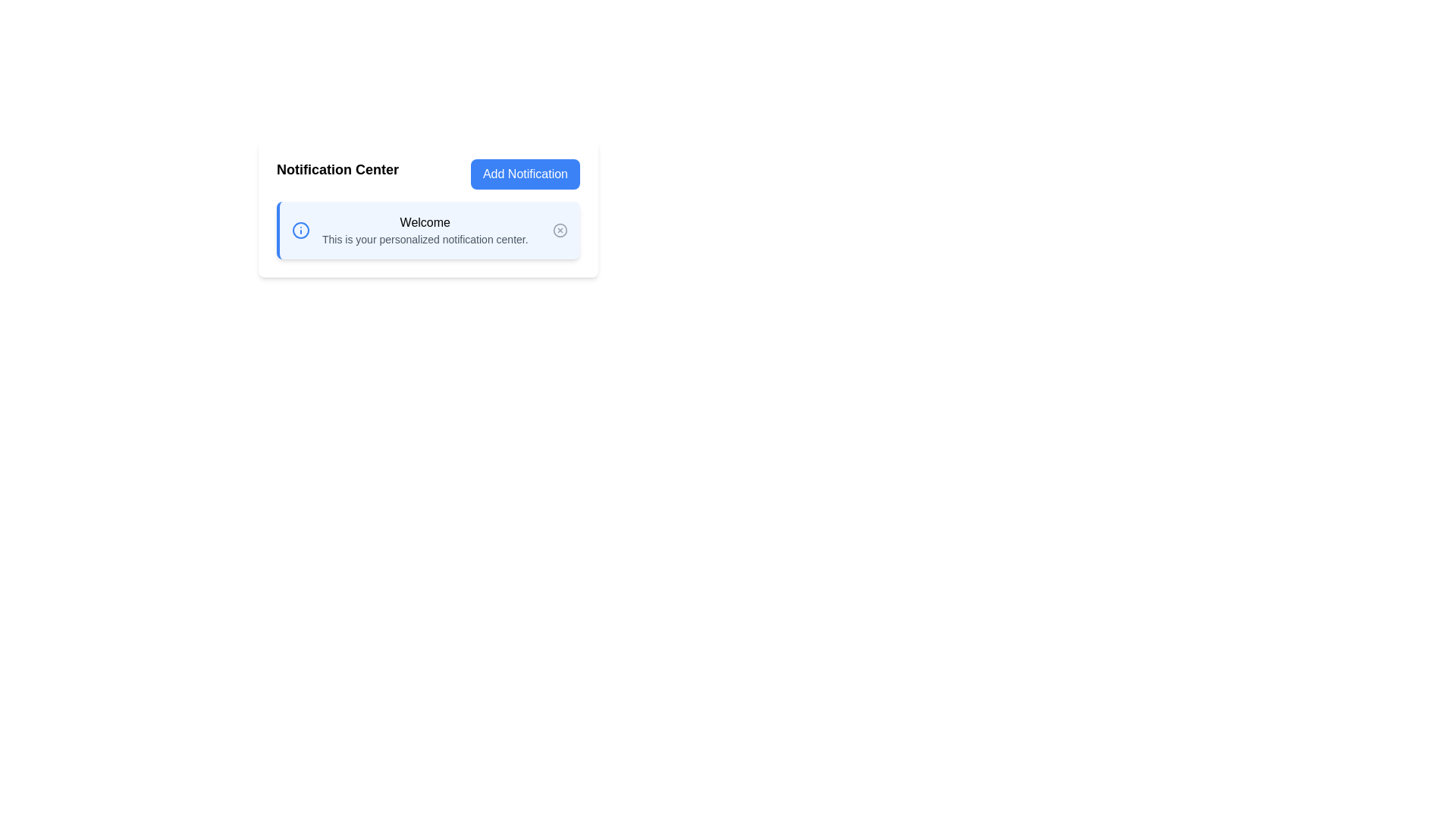 The width and height of the screenshot is (1456, 819). What do you see at coordinates (425, 231) in the screenshot?
I see `the informational header text block in the notification card that contains a welcoming message and description, which is located at the center of the card with a blue background` at bounding box center [425, 231].